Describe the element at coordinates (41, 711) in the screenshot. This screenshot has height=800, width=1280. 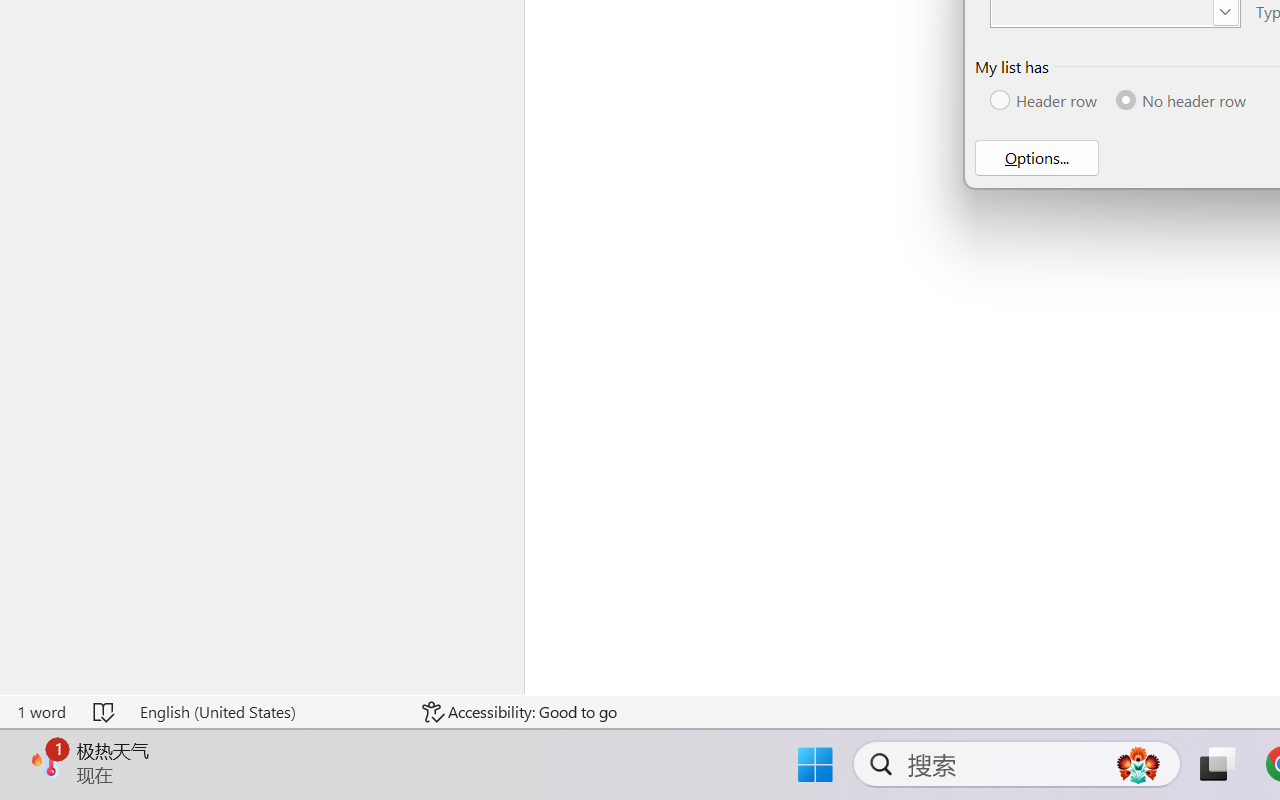
I see `'Word Count 1 word'` at that location.